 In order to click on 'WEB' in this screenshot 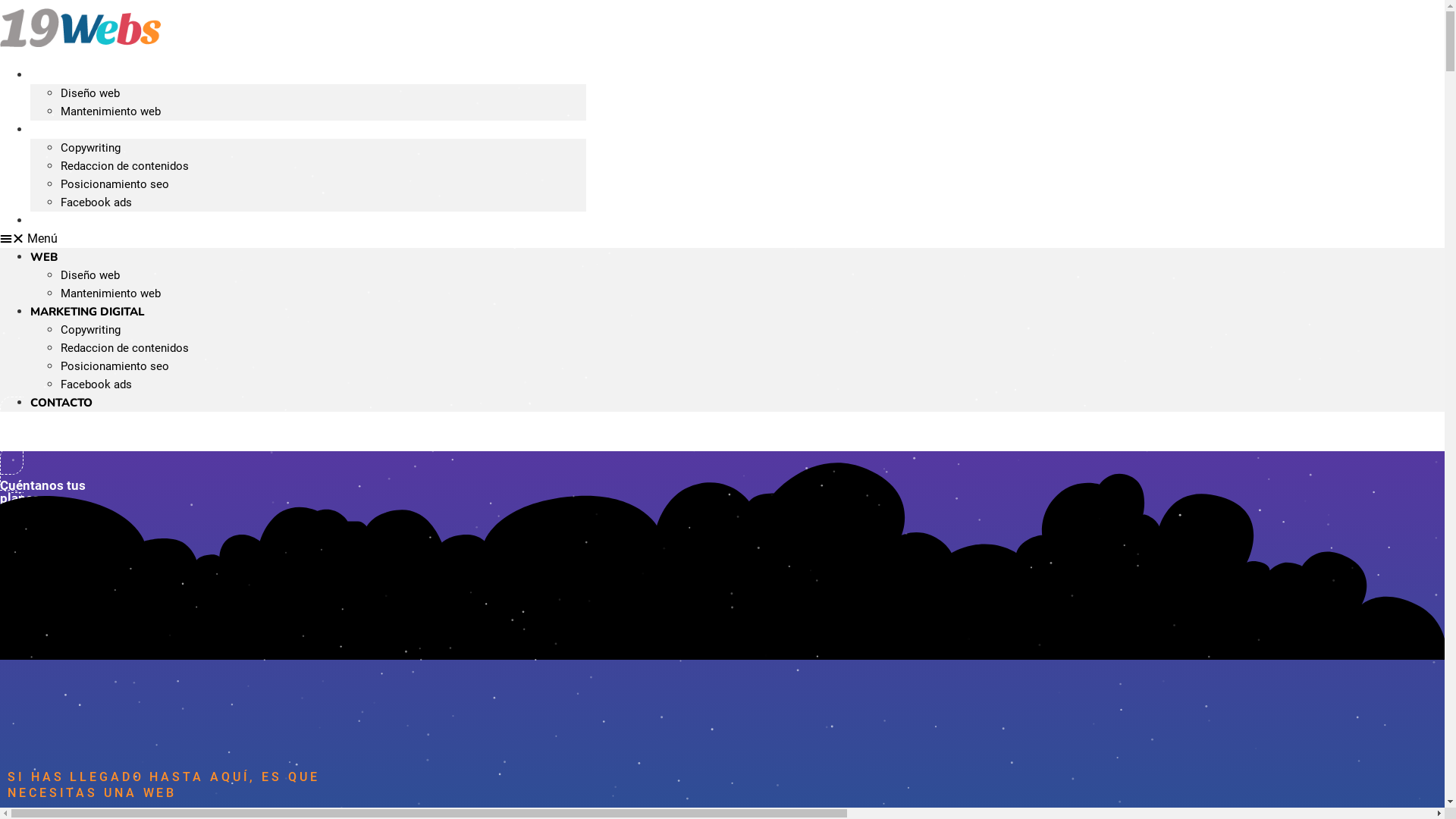, I will do `click(43, 256)`.